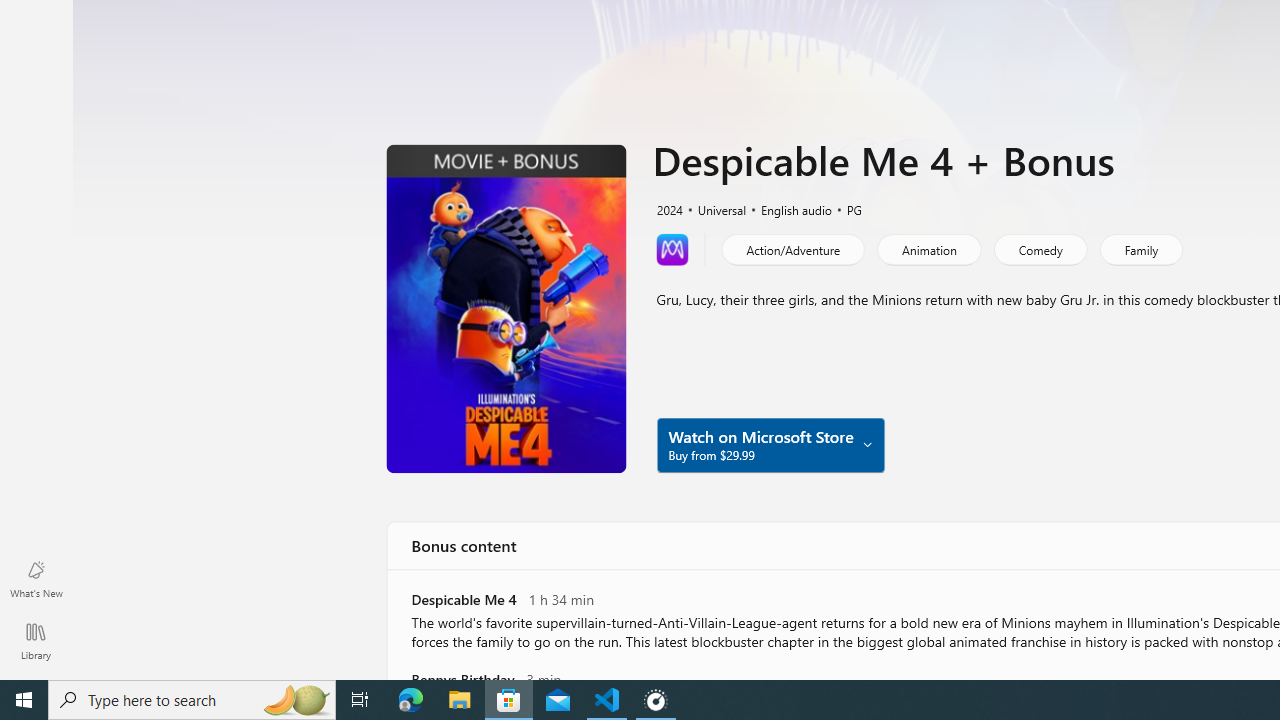  I want to click on 'Watch on Microsoft Store Buy from $29.99', so click(768, 443).